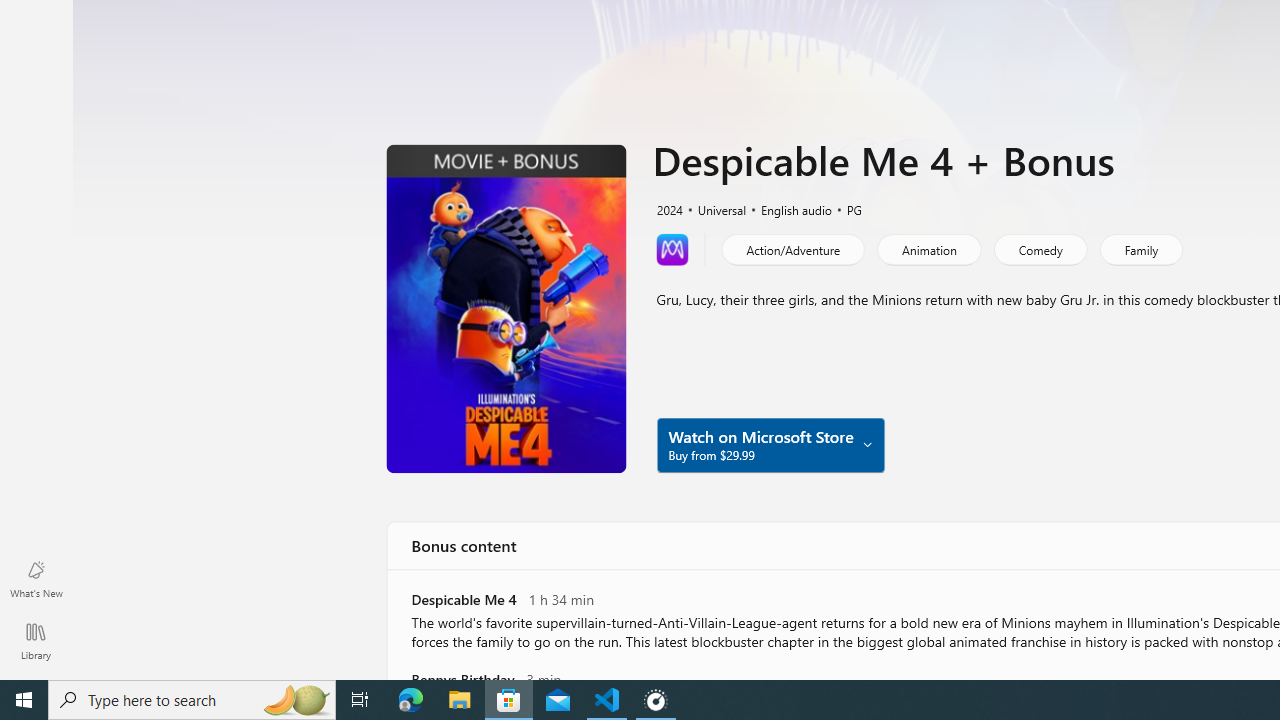  I want to click on 'Watch on Microsoft Store Buy from $29.99', so click(768, 443).